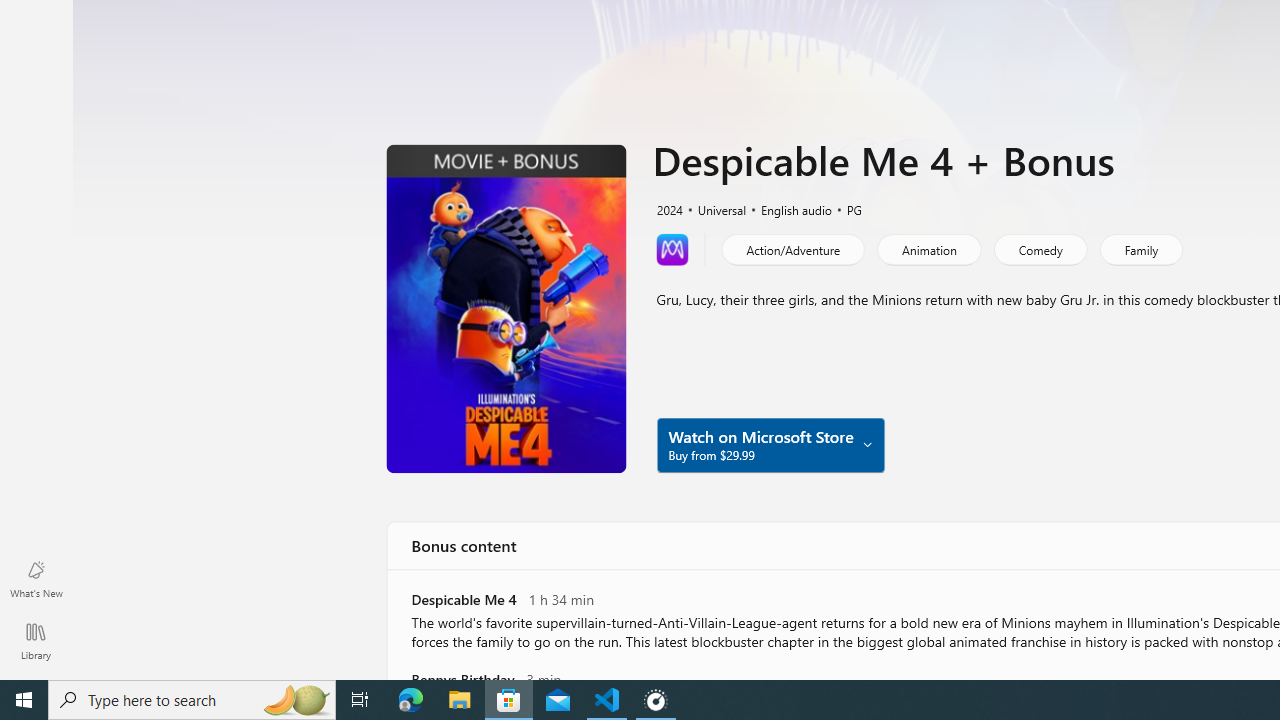  I want to click on 'Watch on Microsoft Store Buy from $29.99', so click(768, 443).